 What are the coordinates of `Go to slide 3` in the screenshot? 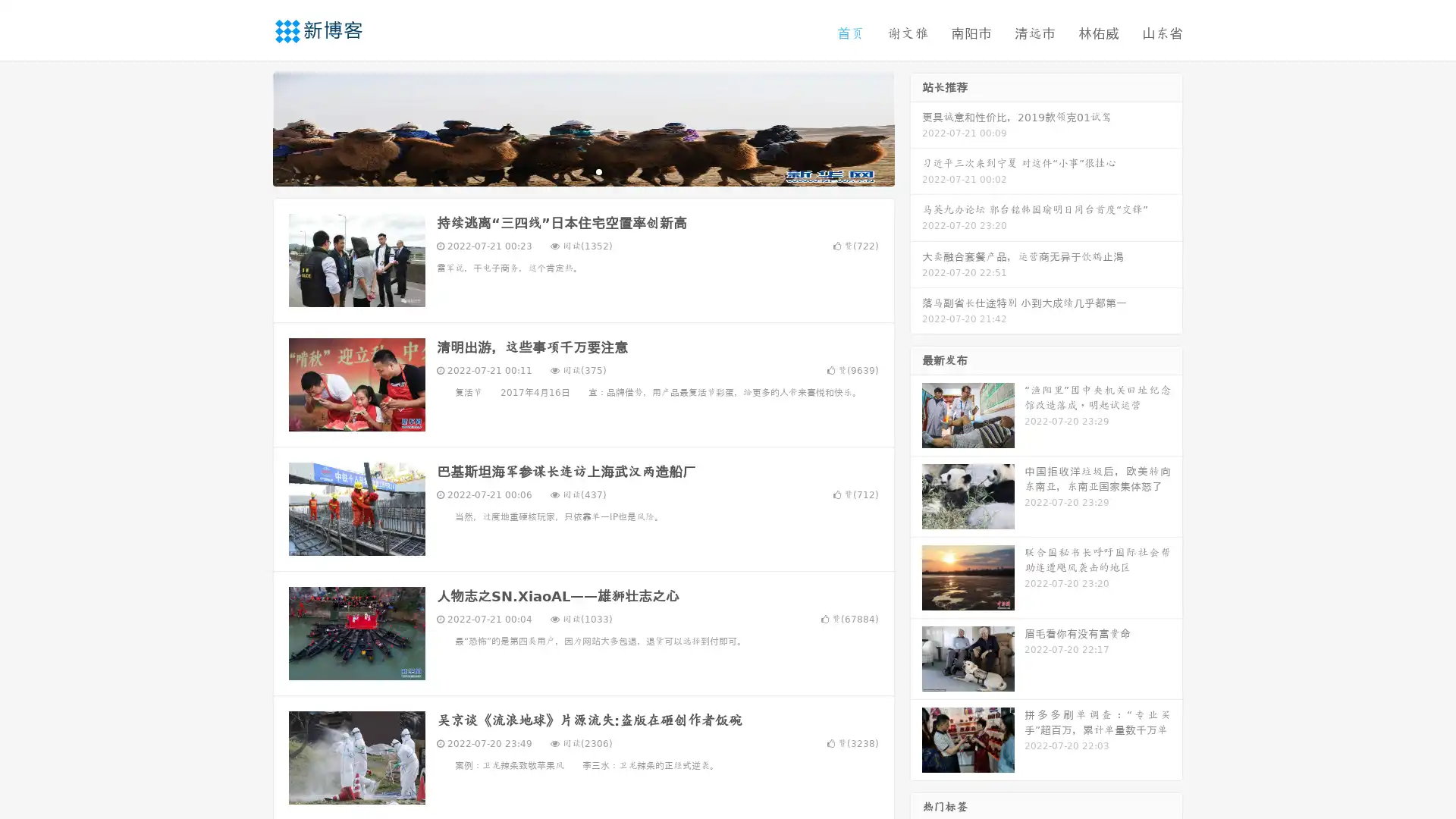 It's located at (598, 171).